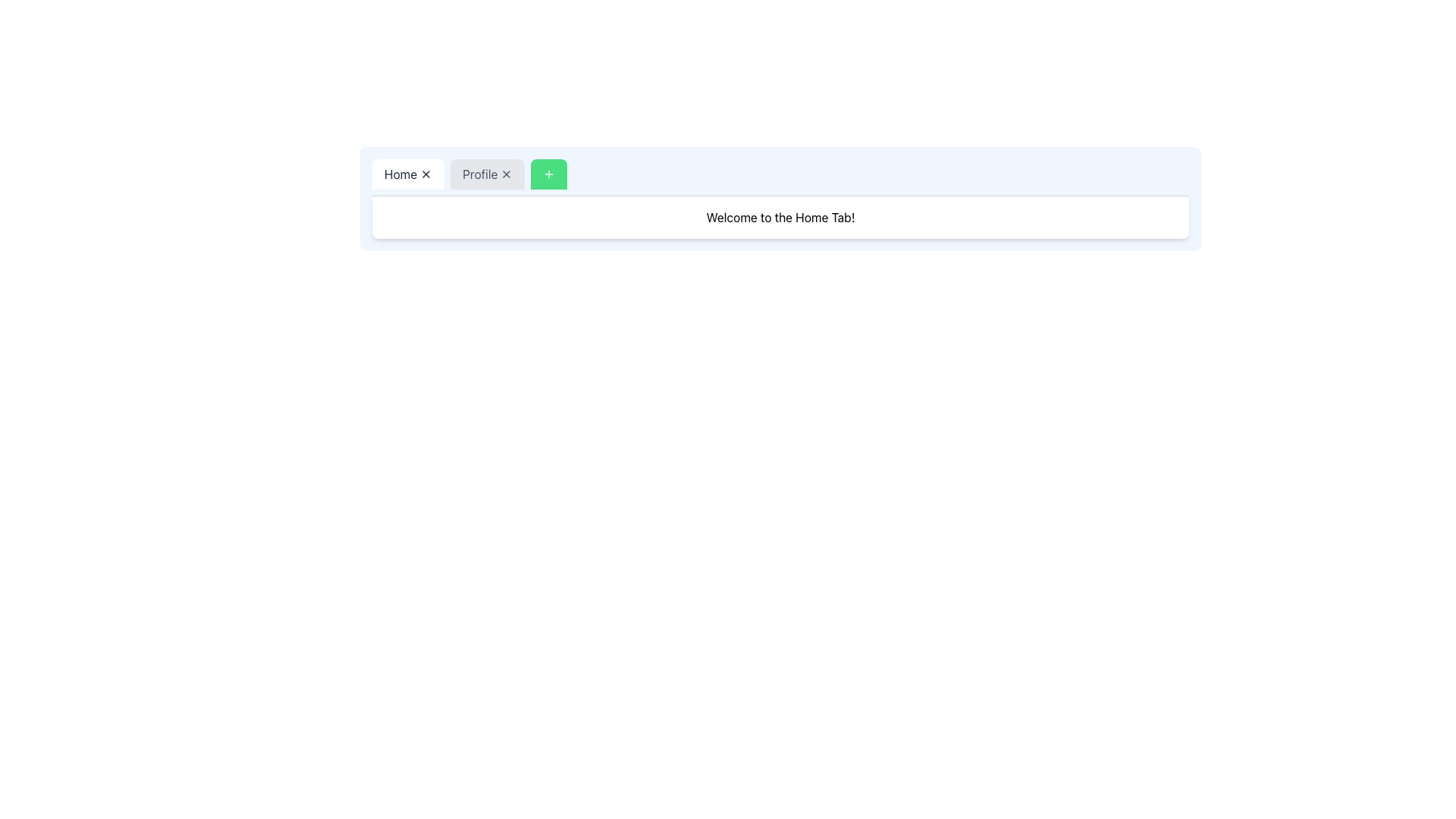 Image resolution: width=1456 pixels, height=819 pixels. What do you see at coordinates (488, 174) in the screenshot?
I see `the 'Profile' tab located in the second position from the left in the tab group` at bounding box center [488, 174].